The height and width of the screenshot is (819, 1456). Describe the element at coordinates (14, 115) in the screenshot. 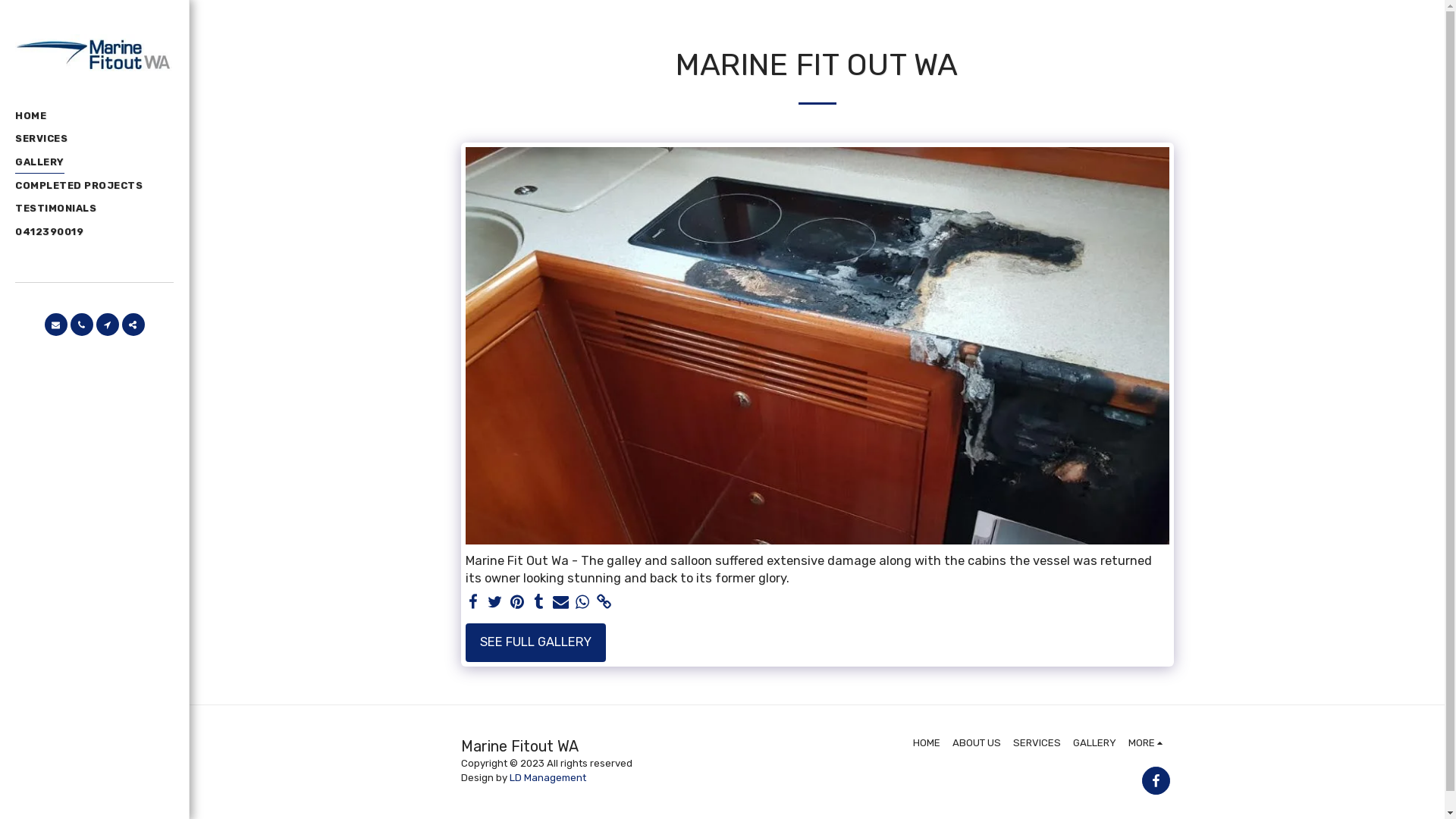

I see `'HOME'` at that location.